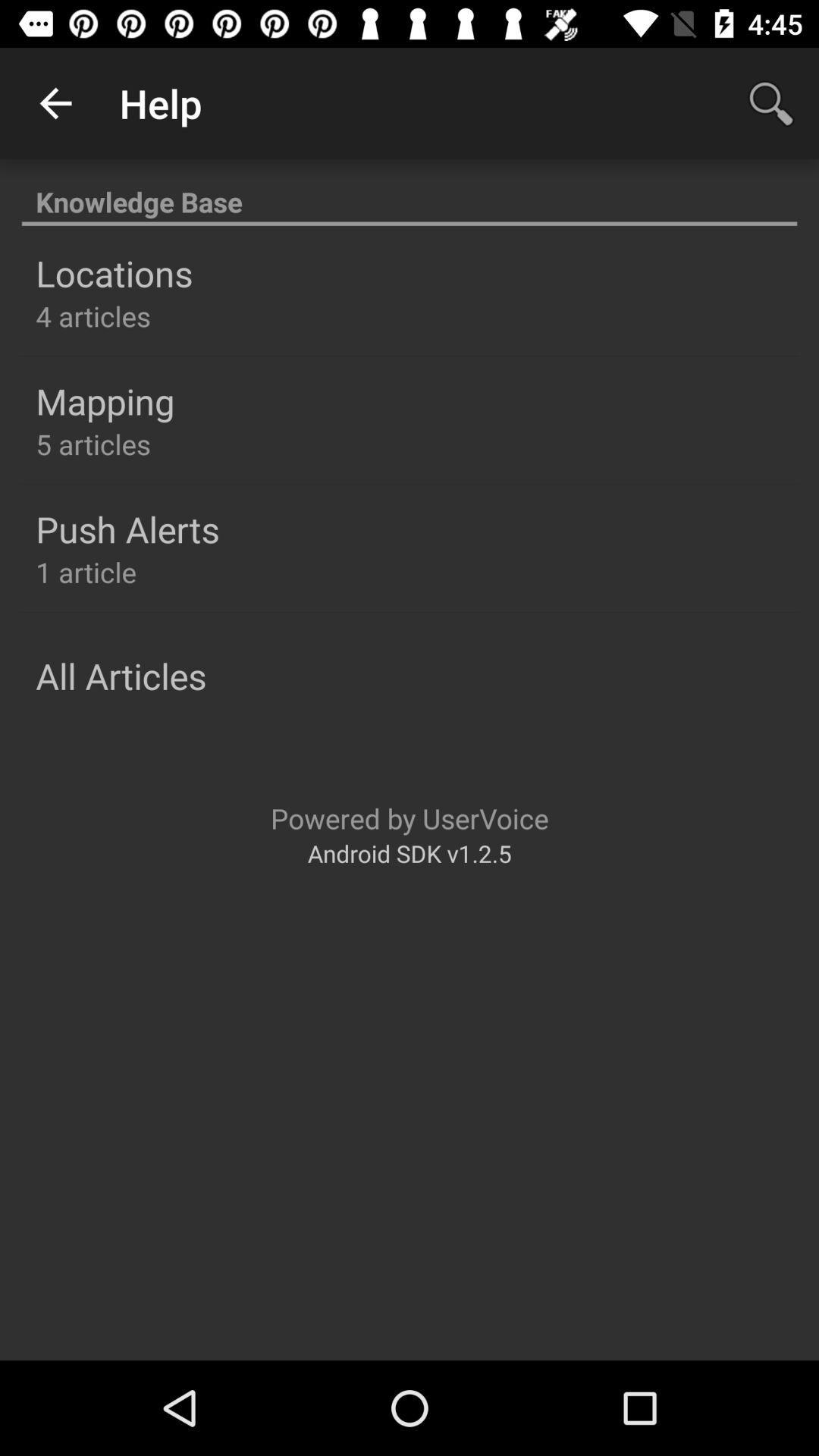 The height and width of the screenshot is (1456, 819). Describe the element at coordinates (113, 273) in the screenshot. I see `icon below knowledge base icon` at that location.